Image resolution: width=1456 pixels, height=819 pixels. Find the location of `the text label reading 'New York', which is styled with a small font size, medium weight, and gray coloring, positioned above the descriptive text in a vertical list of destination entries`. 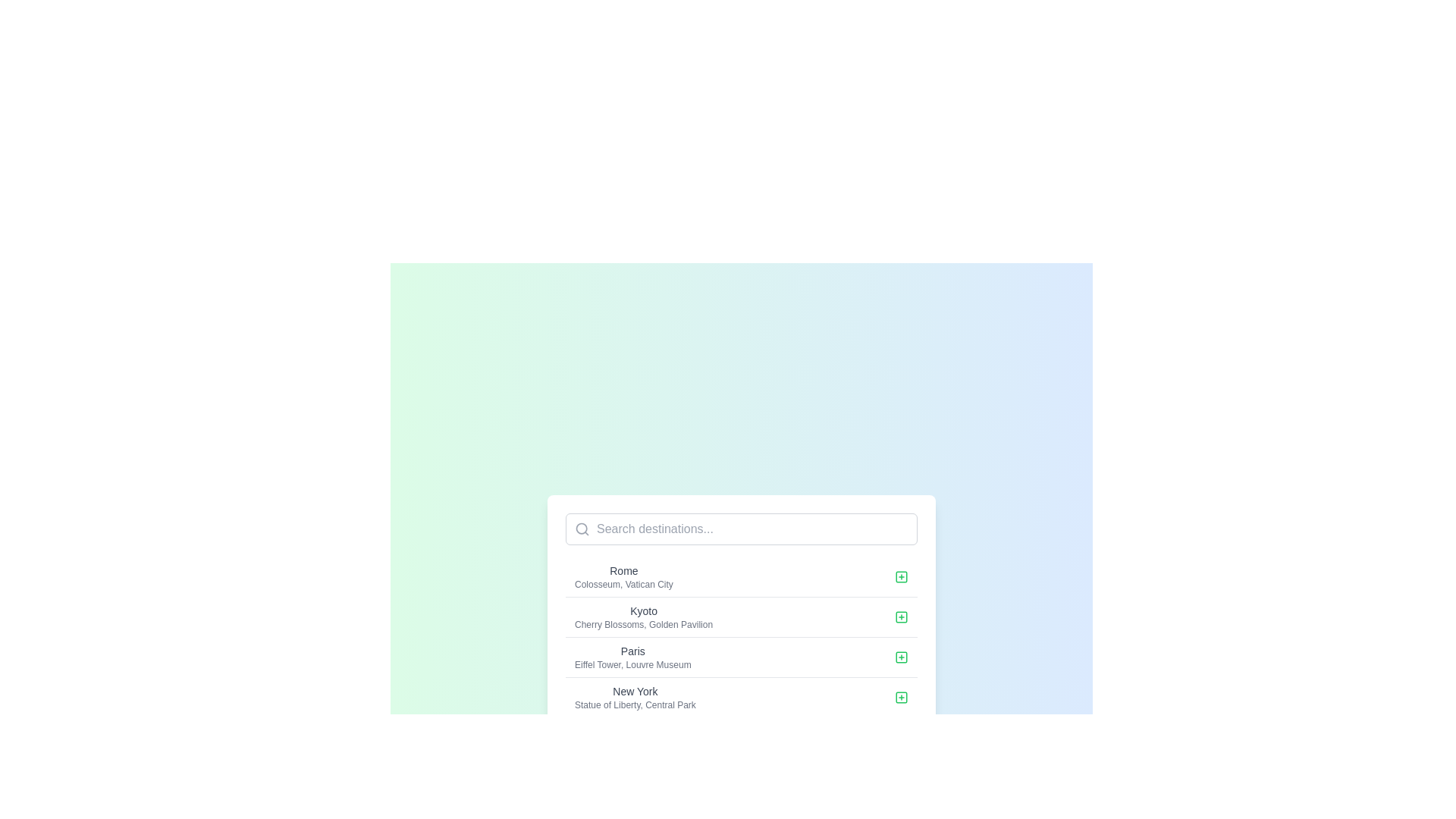

the text label reading 'New York', which is styled with a small font size, medium weight, and gray coloring, positioned above the descriptive text in a vertical list of destination entries is located at coordinates (635, 691).